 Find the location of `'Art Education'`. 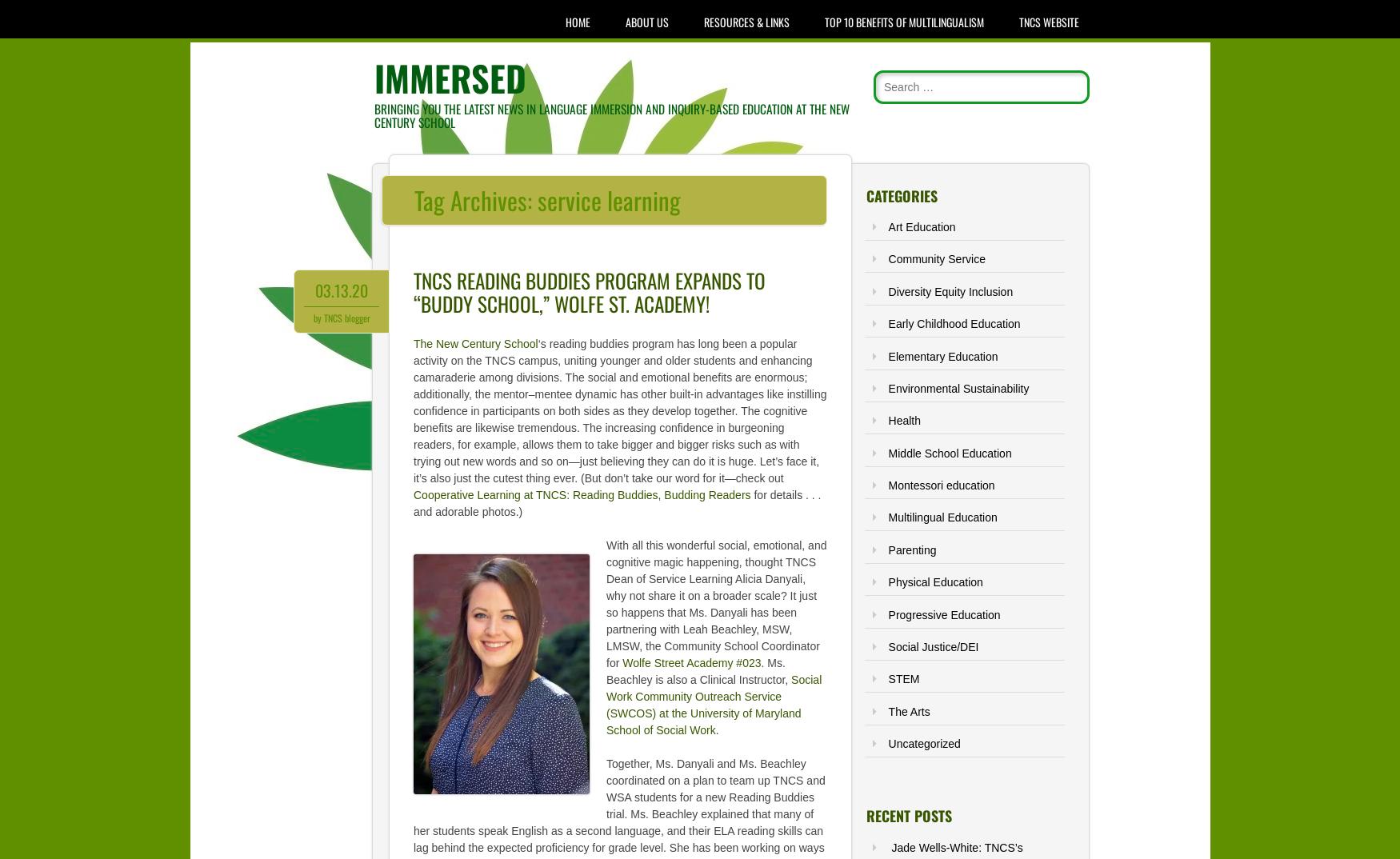

'Art Education' is located at coordinates (888, 226).